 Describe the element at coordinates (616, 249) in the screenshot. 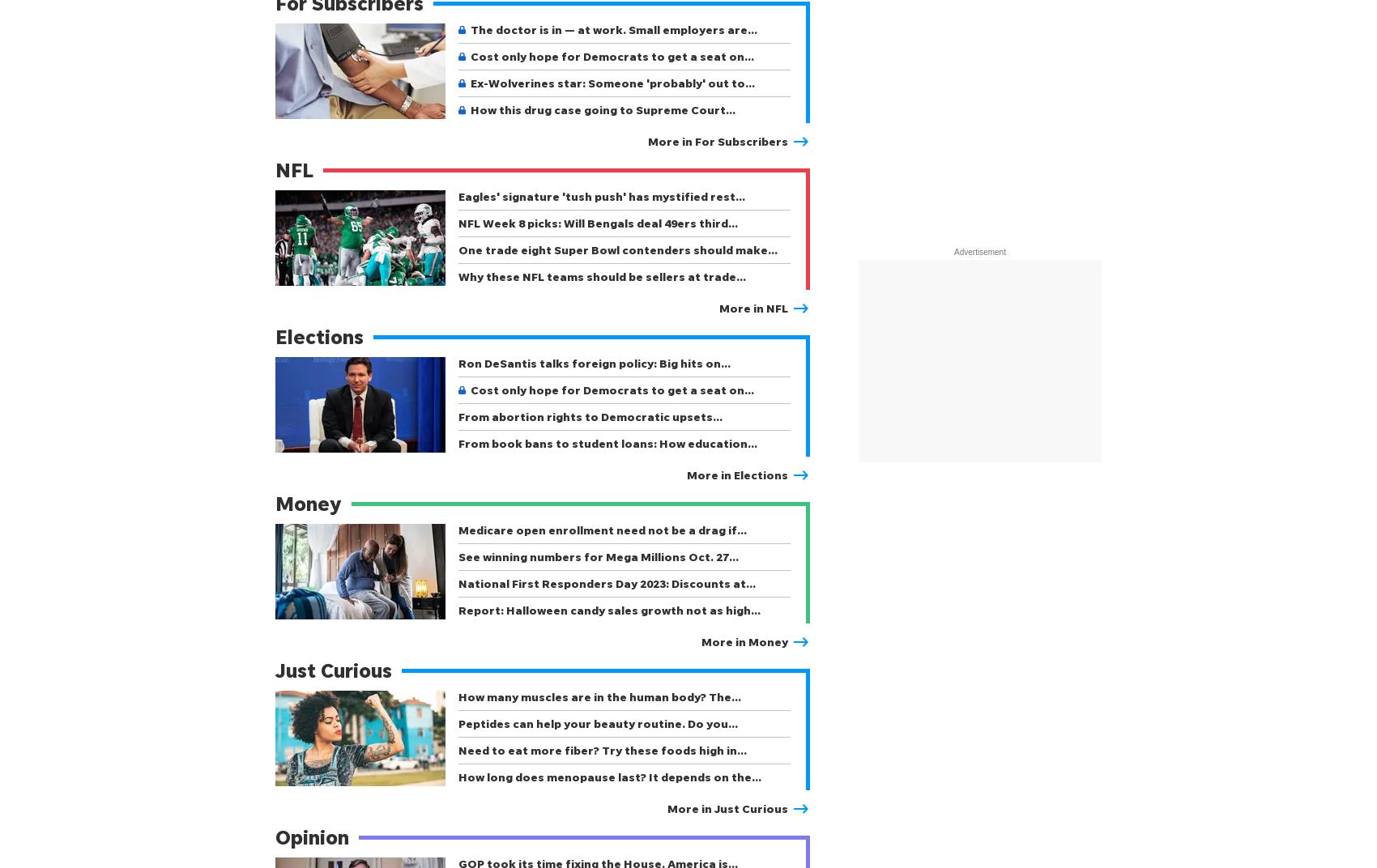

I see `'One trade eight Super Bowl contenders should make…'` at that location.